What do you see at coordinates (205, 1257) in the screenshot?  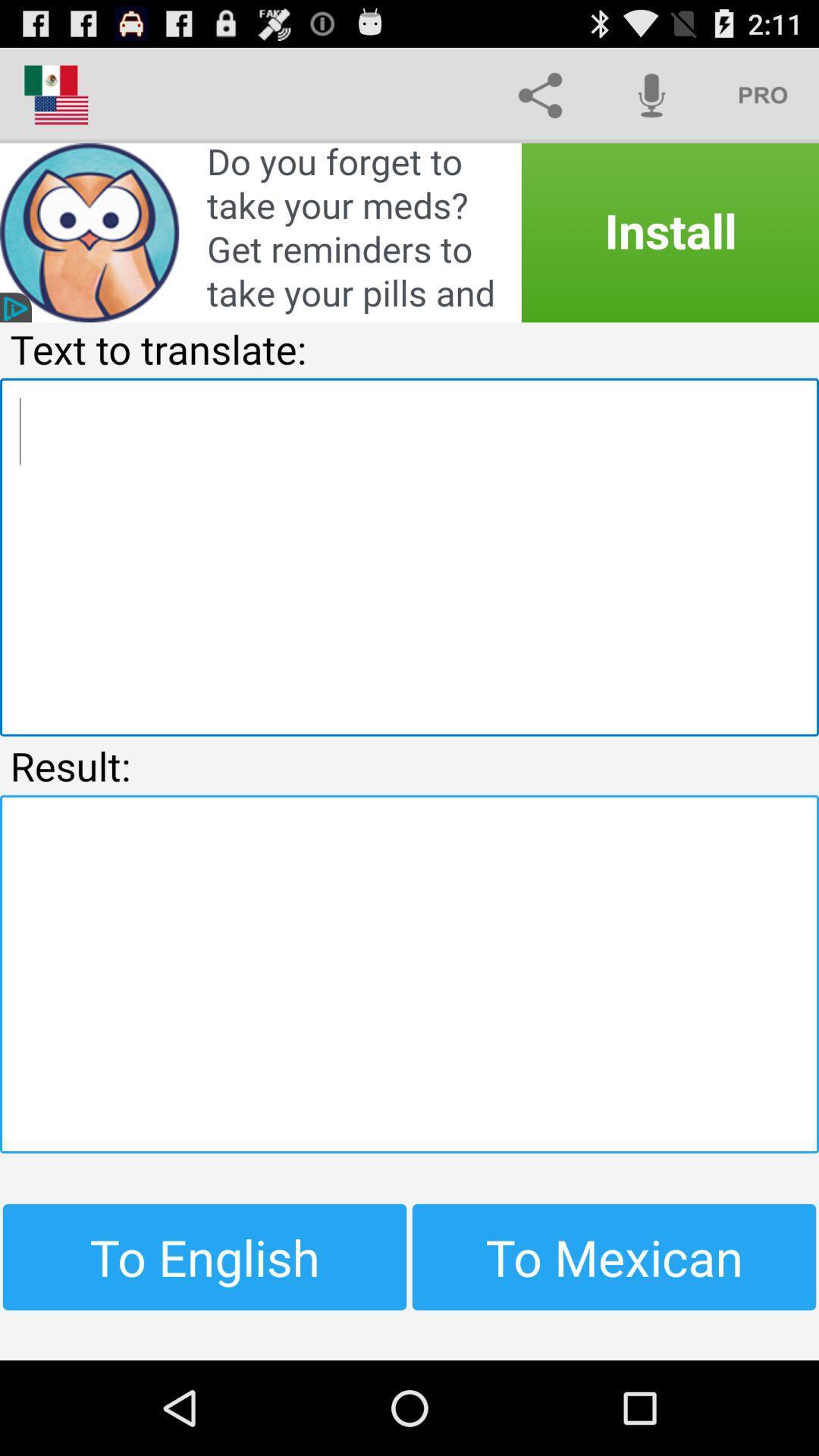 I see `the item next to to mexican` at bounding box center [205, 1257].